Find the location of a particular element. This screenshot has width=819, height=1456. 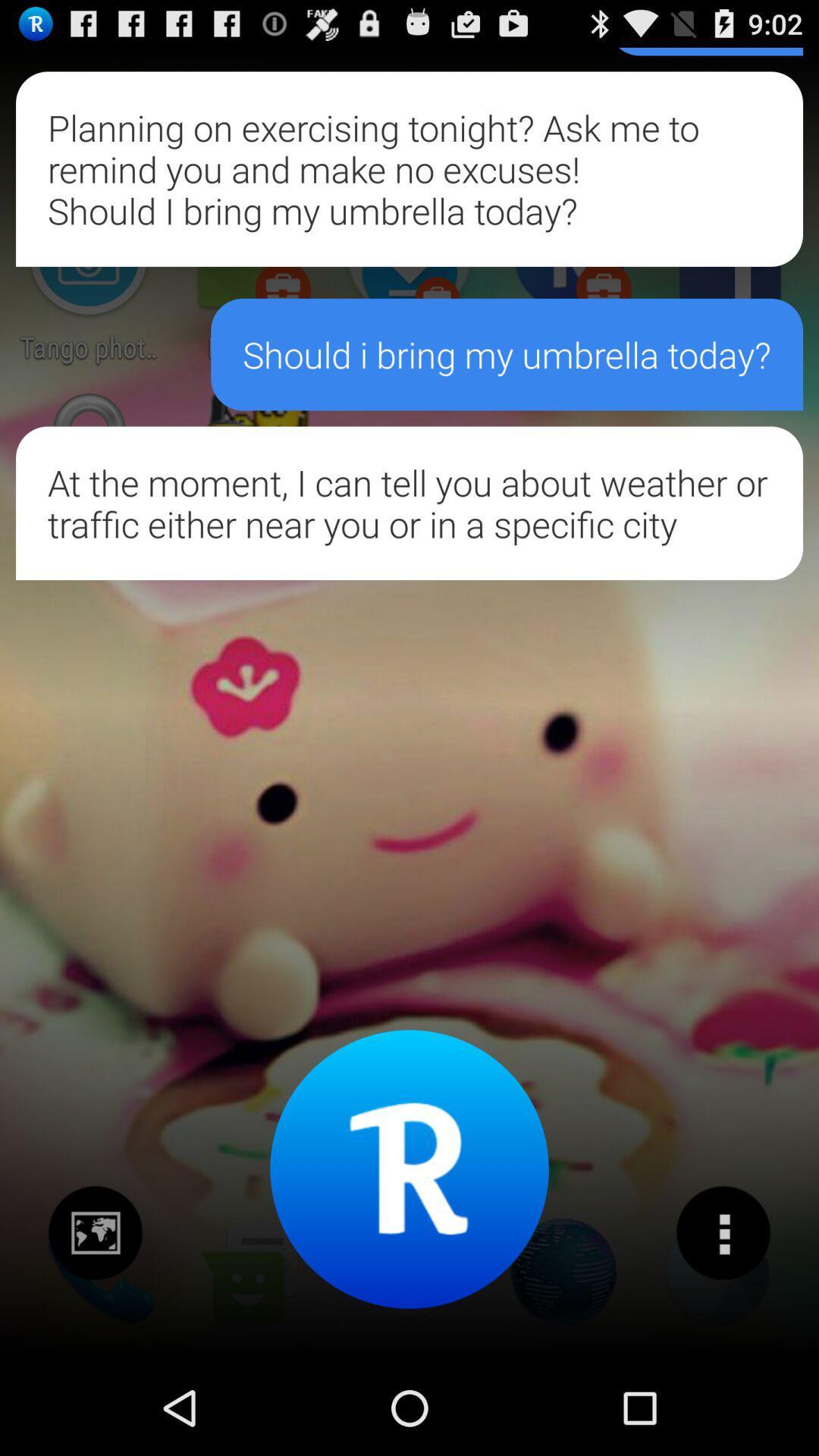

the more icon is located at coordinates (722, 1319).